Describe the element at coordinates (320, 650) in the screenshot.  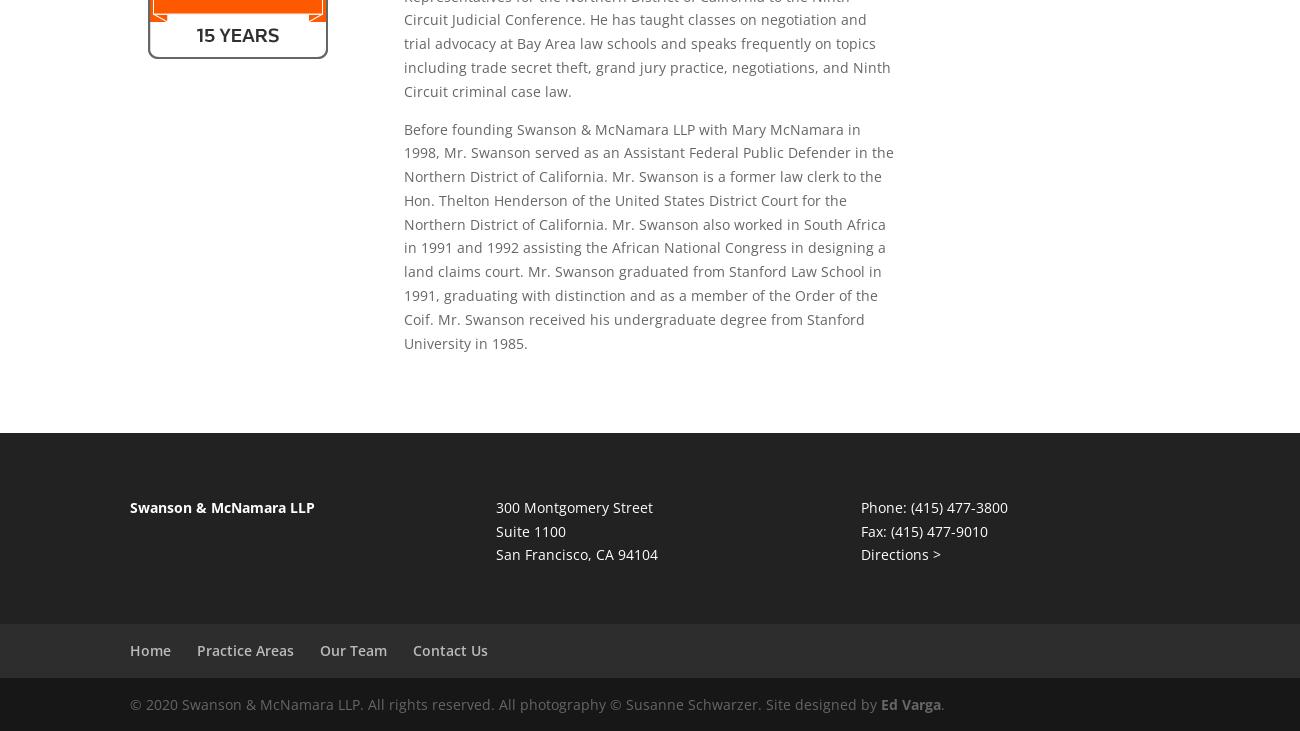
I see `'Our Team'` at that location.